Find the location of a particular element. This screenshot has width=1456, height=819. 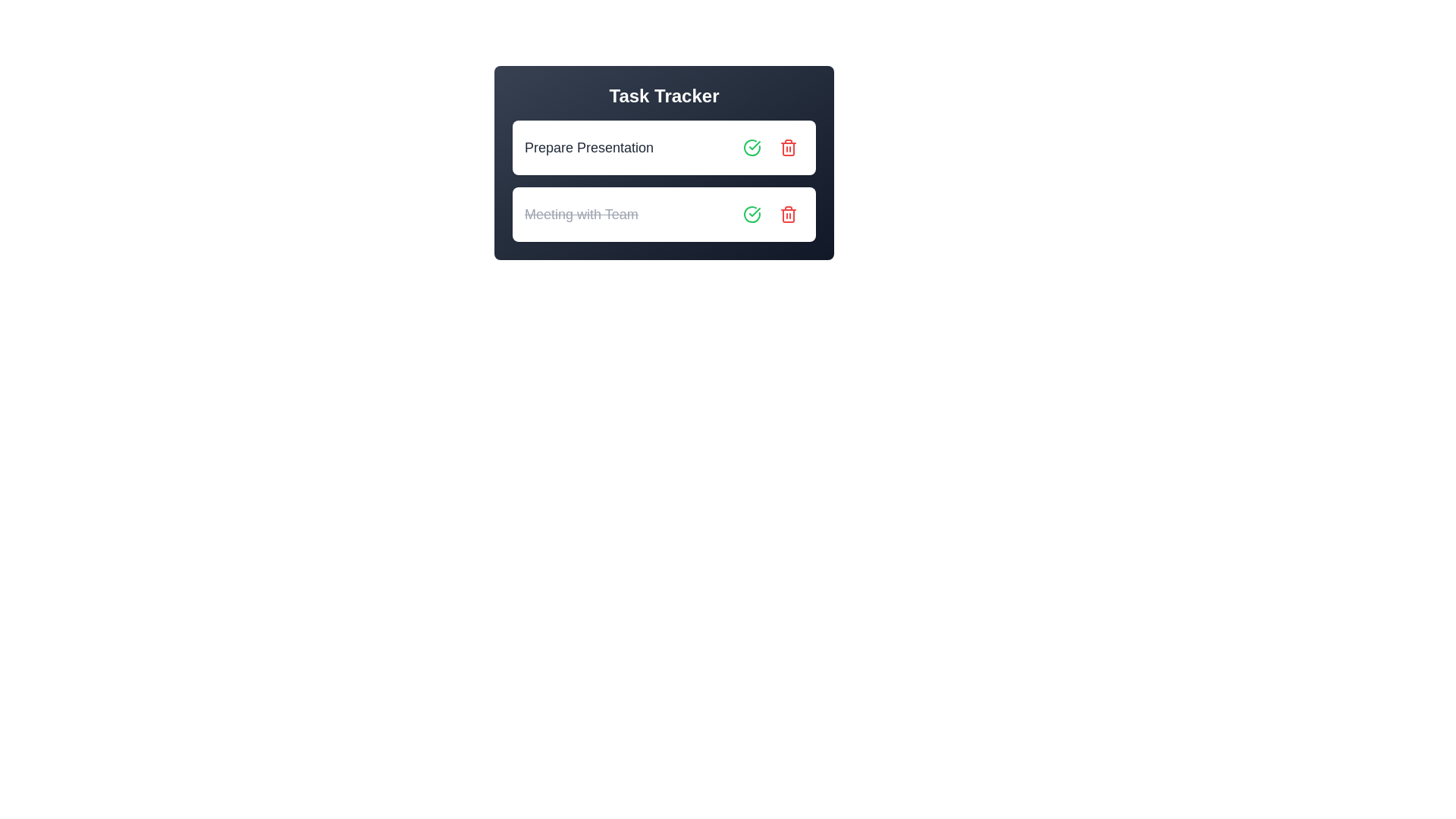

the delete icon button located in the 'Meeting with Team' task row is located at coordinates (789, 214).